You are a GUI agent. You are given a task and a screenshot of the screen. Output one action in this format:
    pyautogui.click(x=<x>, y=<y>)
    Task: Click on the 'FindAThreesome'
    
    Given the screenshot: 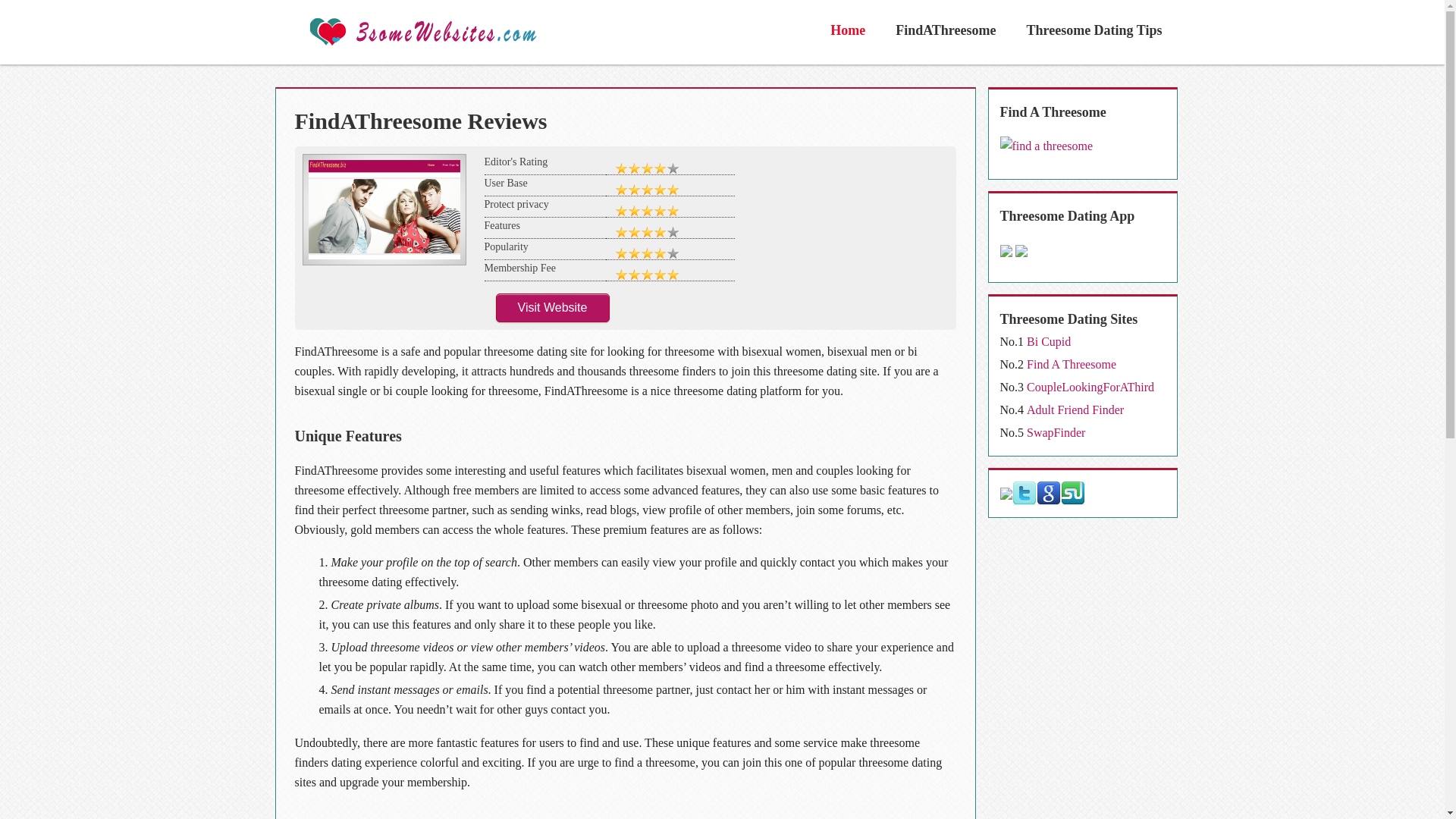 What is the action you would take?
    pyautogui.click(x=945, y=30)
    